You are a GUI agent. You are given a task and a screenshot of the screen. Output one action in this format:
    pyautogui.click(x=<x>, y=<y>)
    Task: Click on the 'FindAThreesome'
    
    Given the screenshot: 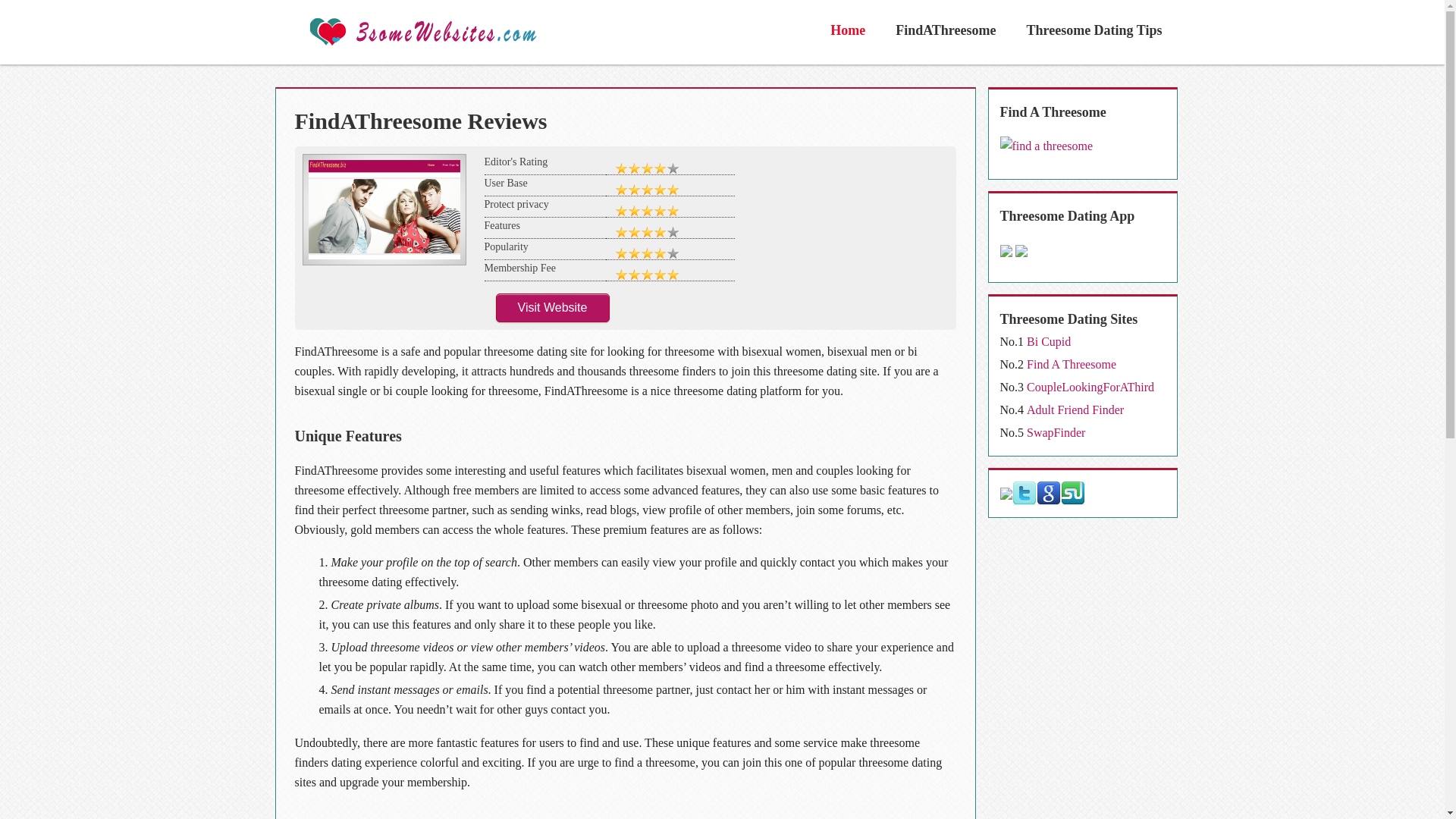 What is the action you would take?
    pyautogui.click(x=945, y=30)
    